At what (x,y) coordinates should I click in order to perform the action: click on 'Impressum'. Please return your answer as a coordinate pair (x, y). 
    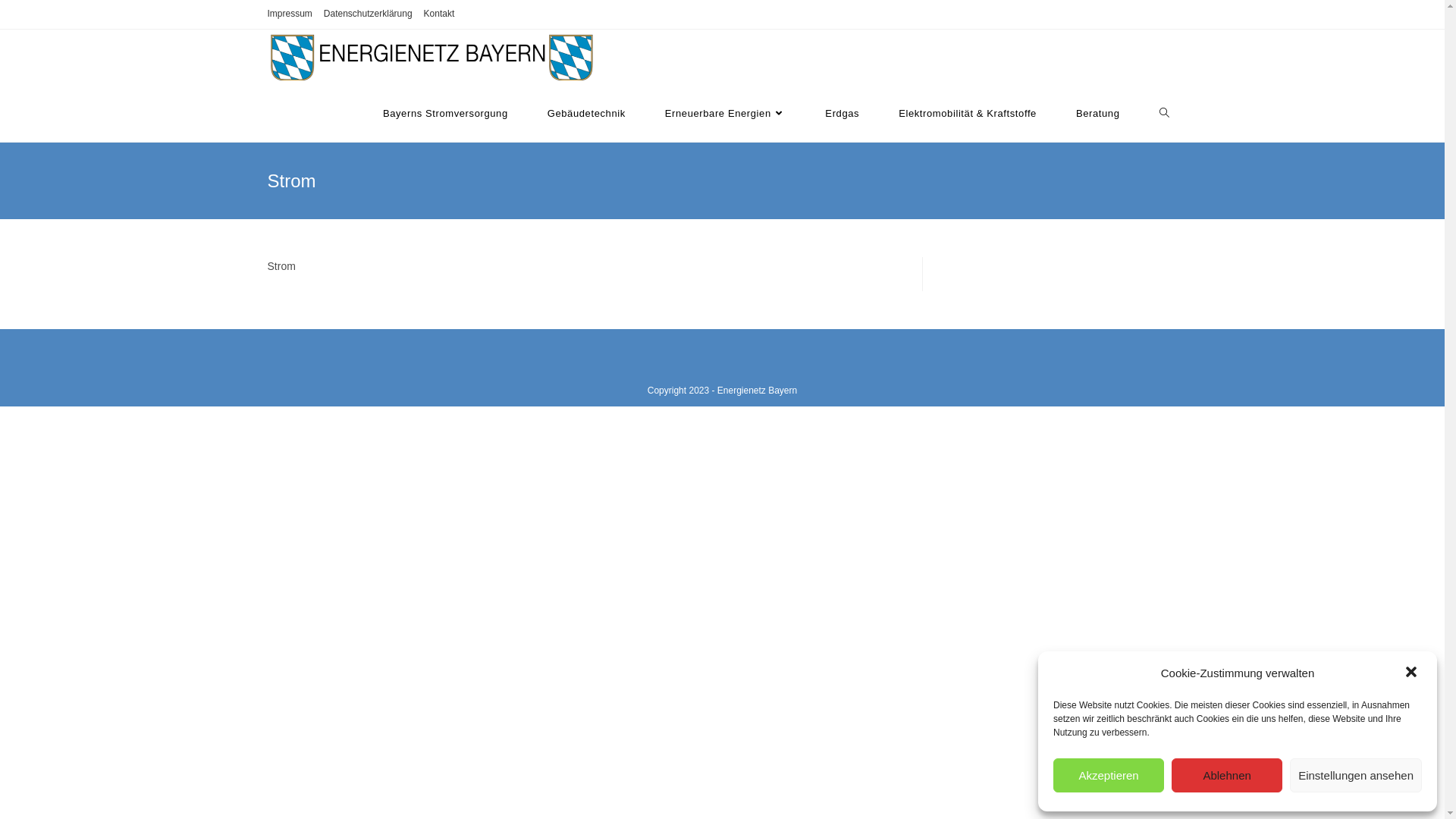
    Looking at the image, I should click on (289, 14).